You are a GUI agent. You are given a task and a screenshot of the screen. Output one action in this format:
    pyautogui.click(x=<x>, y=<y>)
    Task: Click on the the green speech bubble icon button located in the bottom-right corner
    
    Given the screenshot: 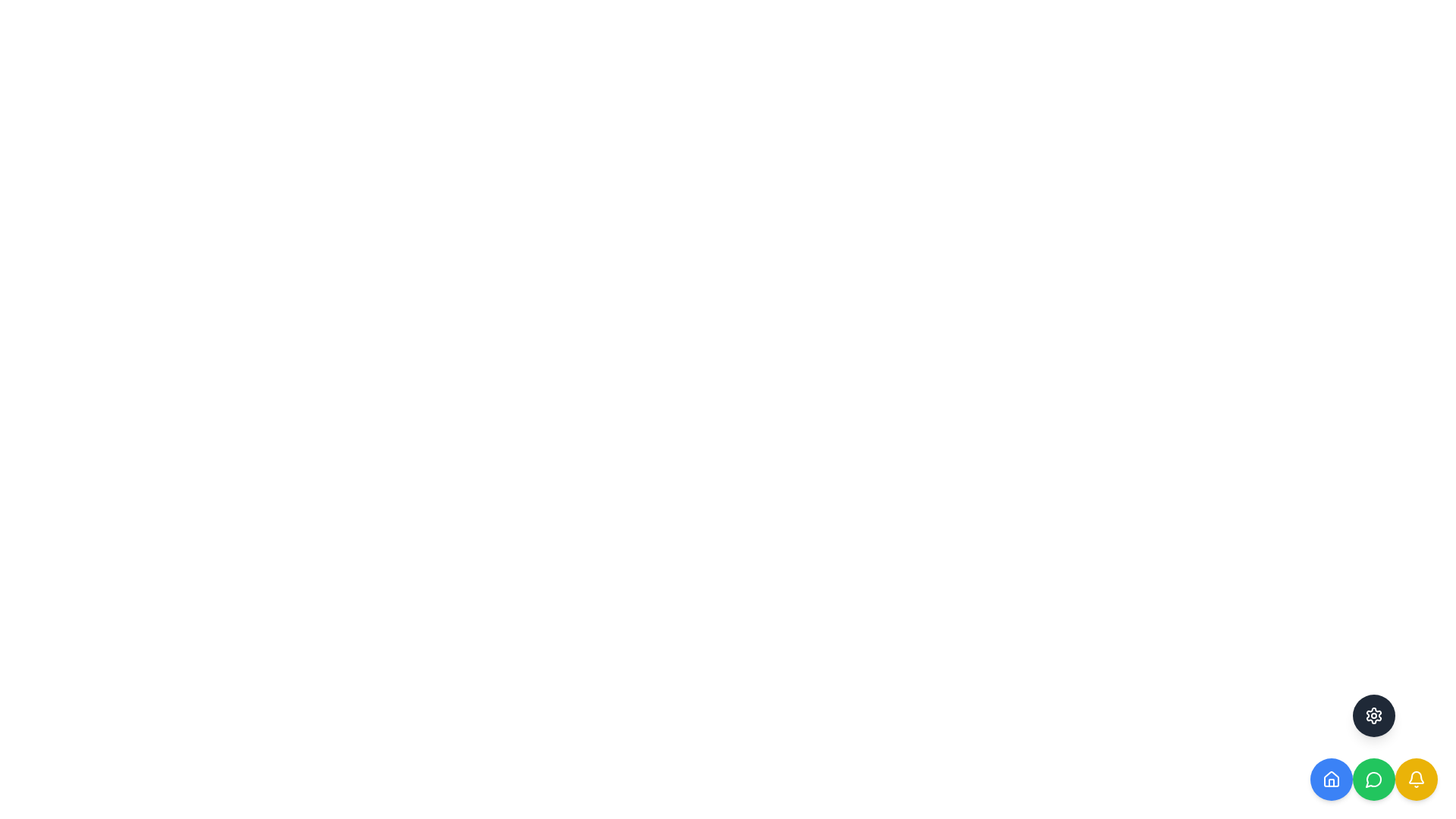 What is the action you would take?
    pyautogui.click(x=1373, y=780)
    